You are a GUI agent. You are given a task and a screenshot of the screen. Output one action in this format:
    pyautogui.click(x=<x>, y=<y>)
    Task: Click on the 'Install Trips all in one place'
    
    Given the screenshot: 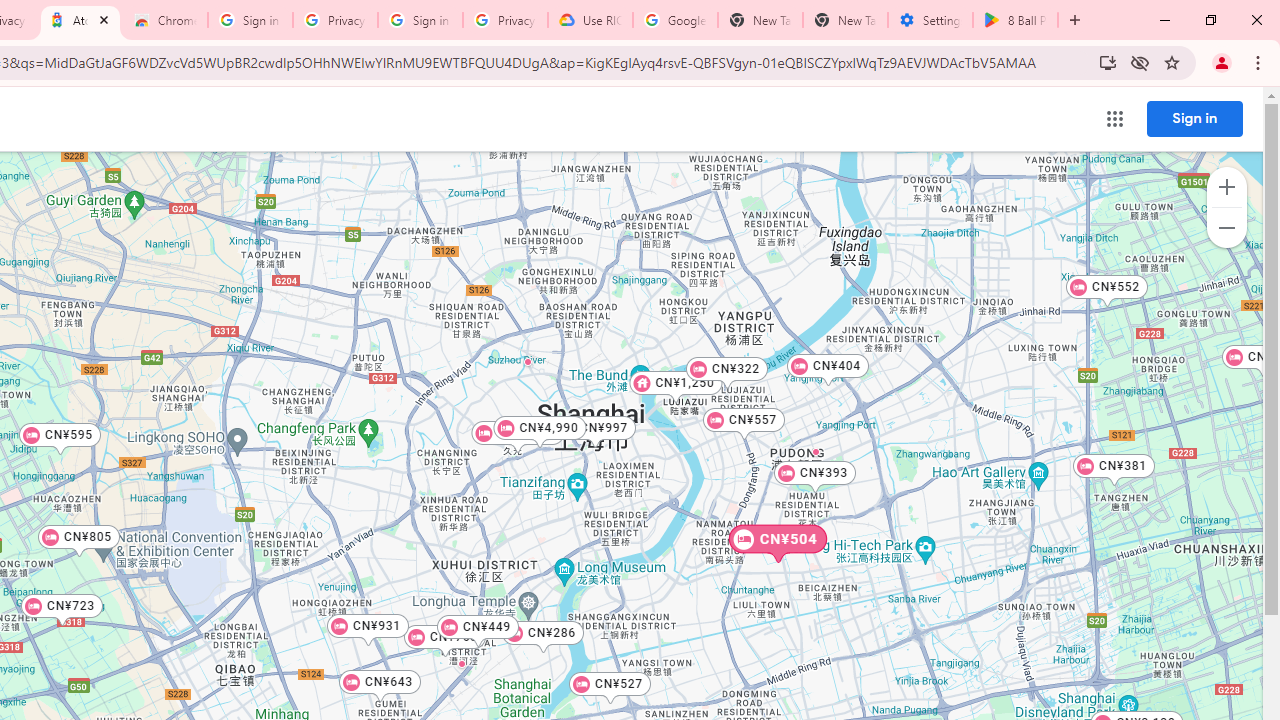 What is the action you would take?
    pyautogui.click(x=1106, y=61)
    